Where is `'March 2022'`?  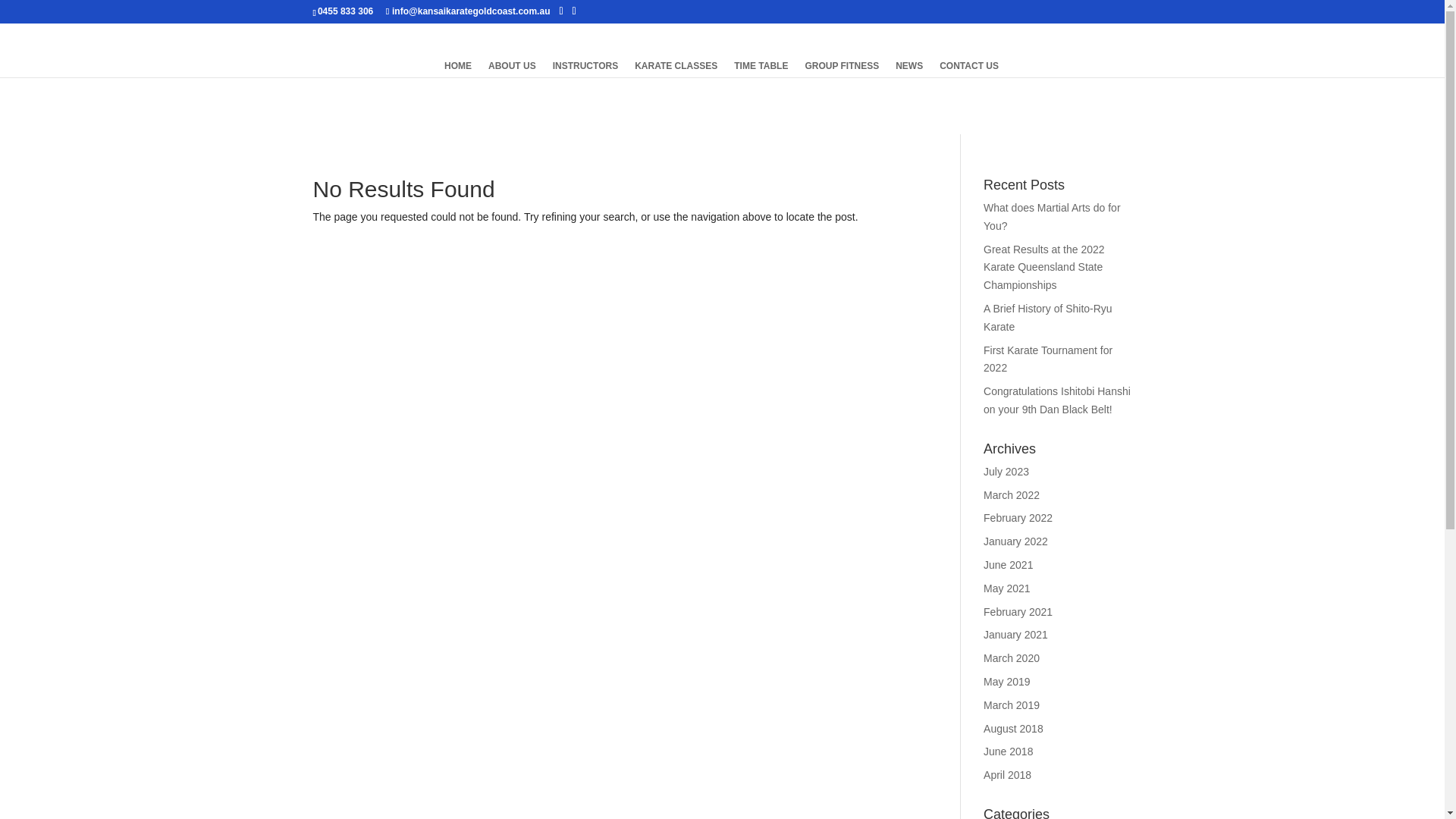 'March 2022' is located at coordinates (1012, 494).